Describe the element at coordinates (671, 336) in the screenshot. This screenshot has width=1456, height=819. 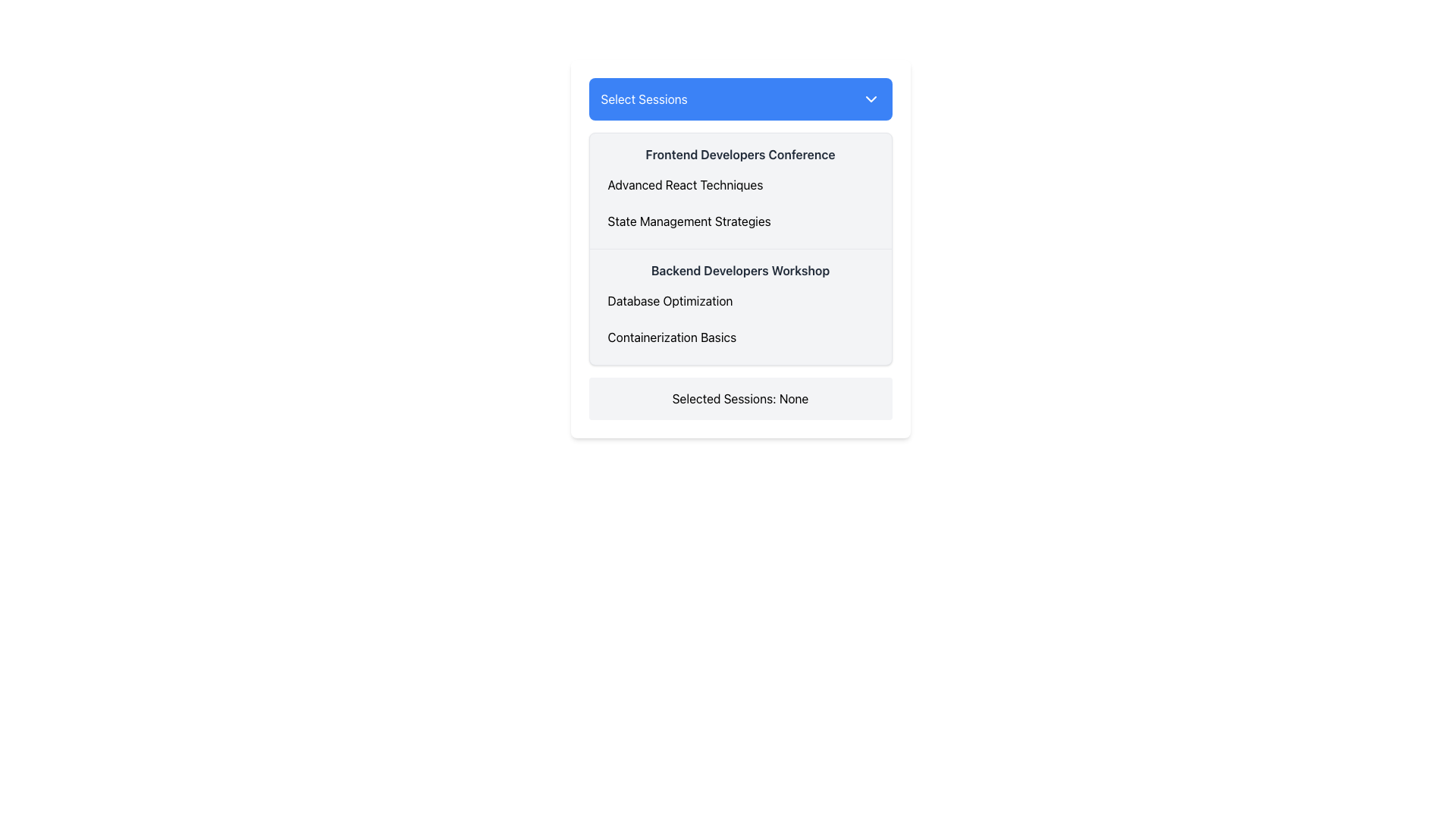
I see `the 'Containerization Basics' option in the dropdown menu under 'Select Sessions'` at that location.